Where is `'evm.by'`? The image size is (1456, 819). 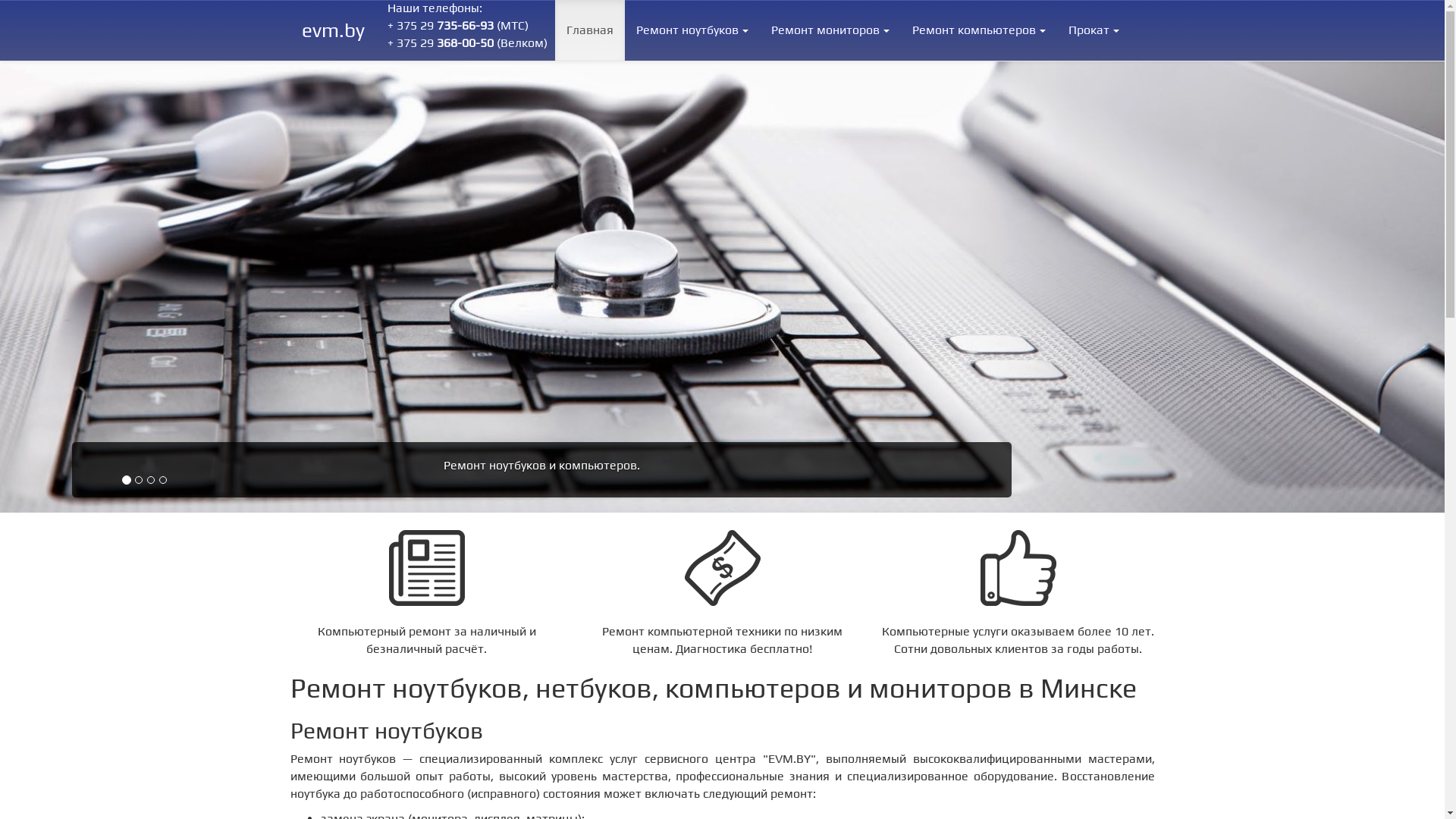 'evm.by' is located at coordinates (332, 30).